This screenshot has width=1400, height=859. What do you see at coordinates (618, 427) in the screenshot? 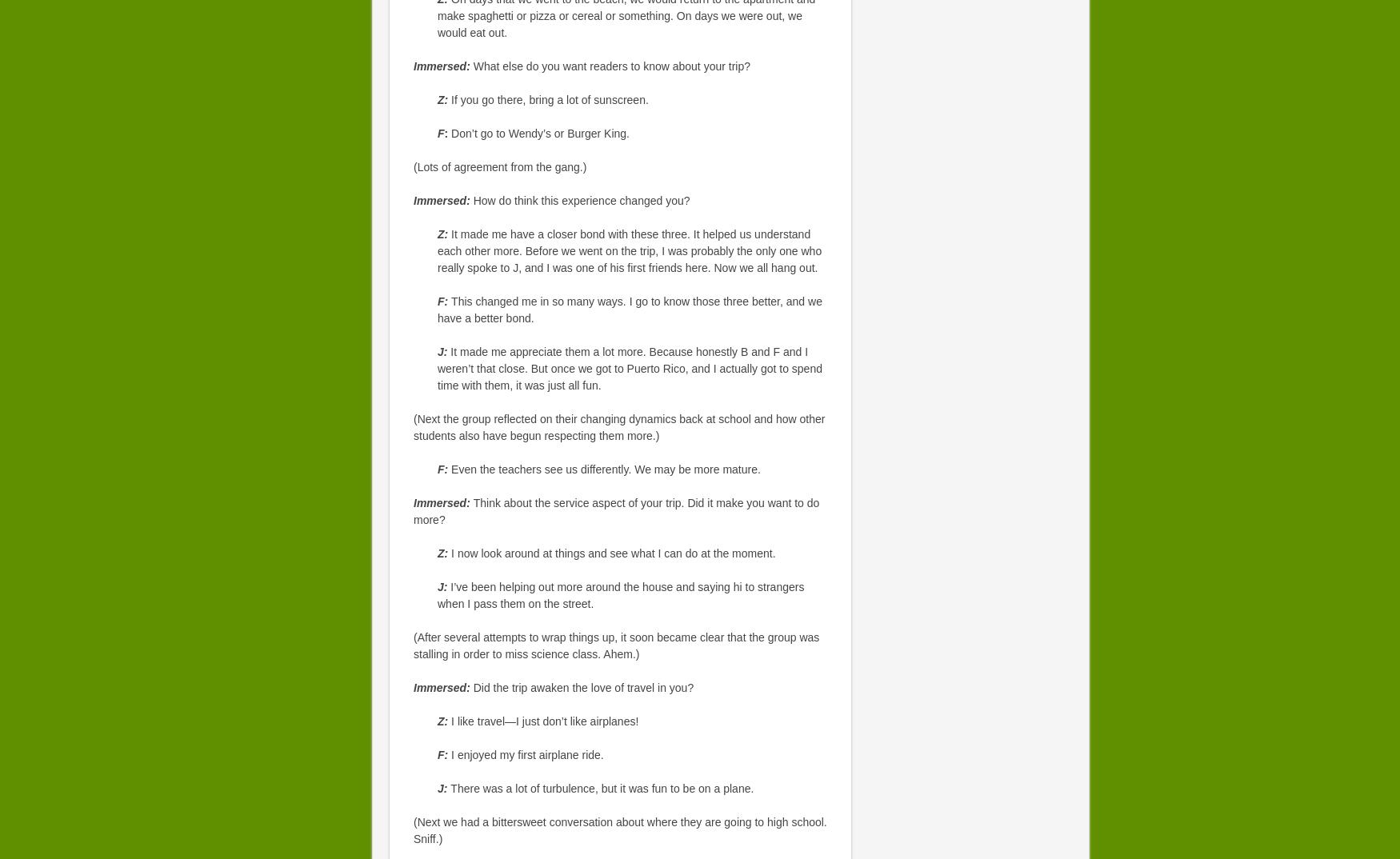
I see `'(Next the group reflected on their changing dynamics back at school and how other students also have begun respecting them more.)'` at bounding box center [618, 427].